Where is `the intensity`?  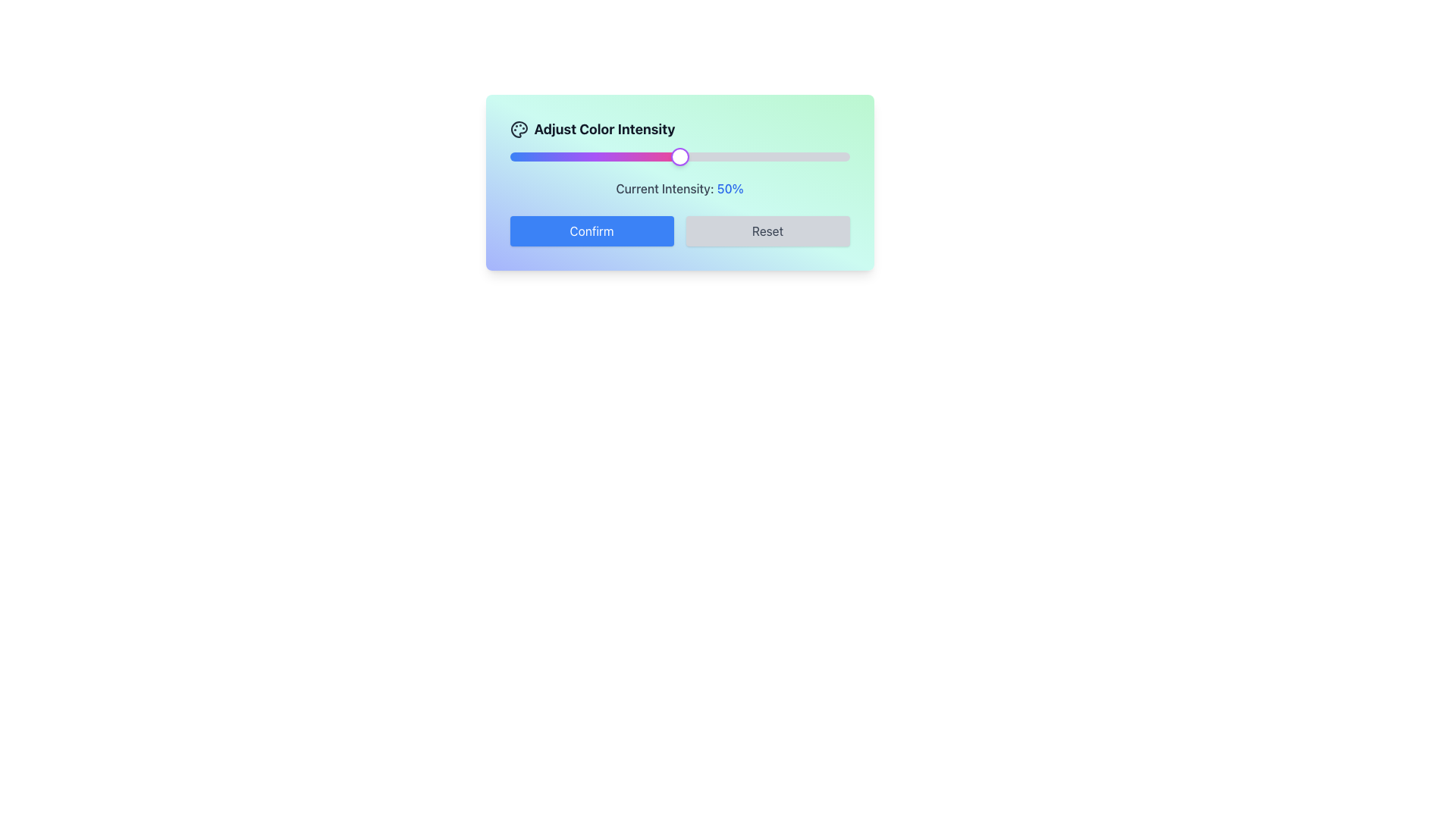 the intensity is located at coordinates (673, 157).